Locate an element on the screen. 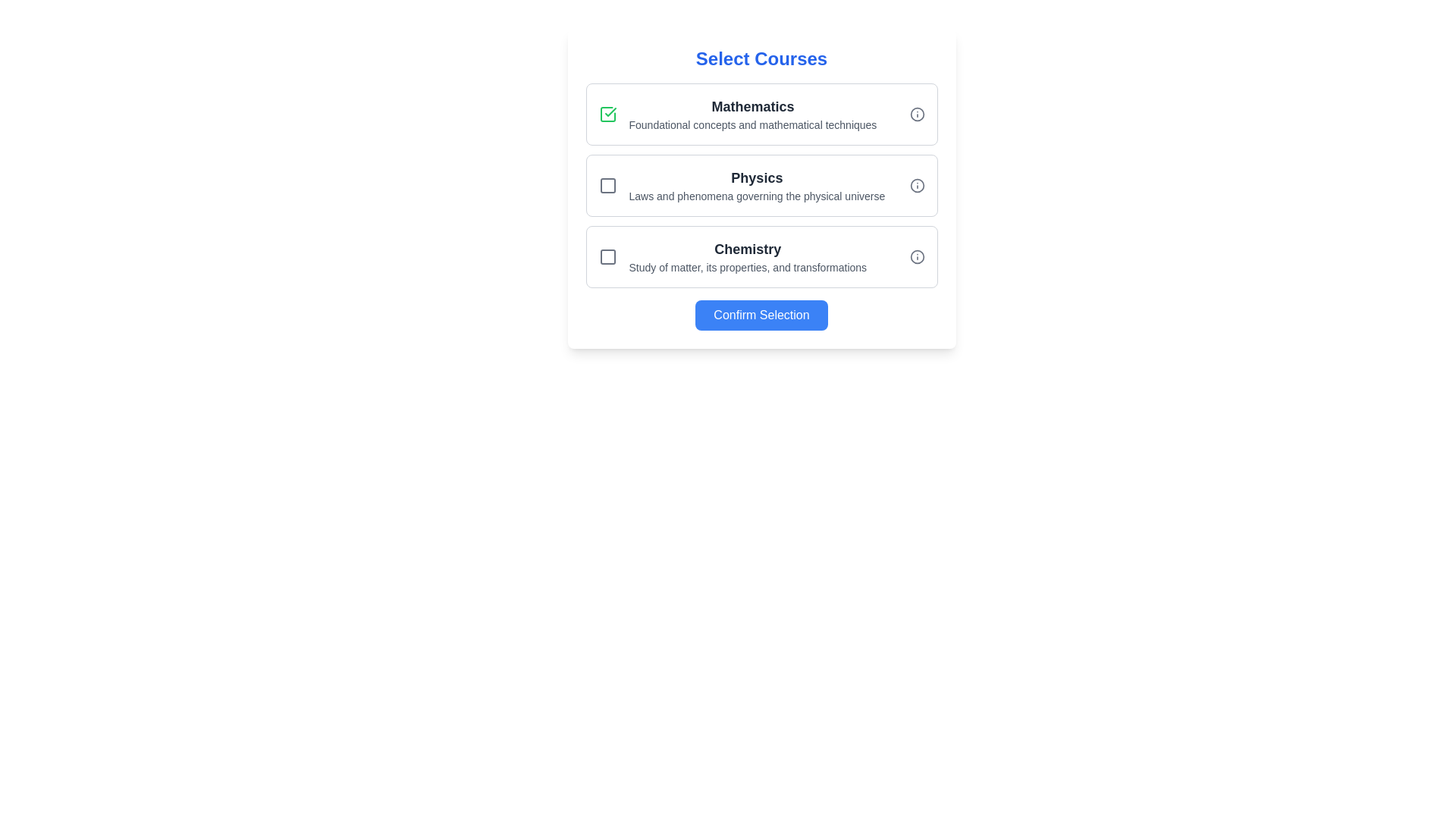 This screenshot has height=819, width=1456. the checkbox for the 'Mathematics' course is located at coordinates (607, 113).